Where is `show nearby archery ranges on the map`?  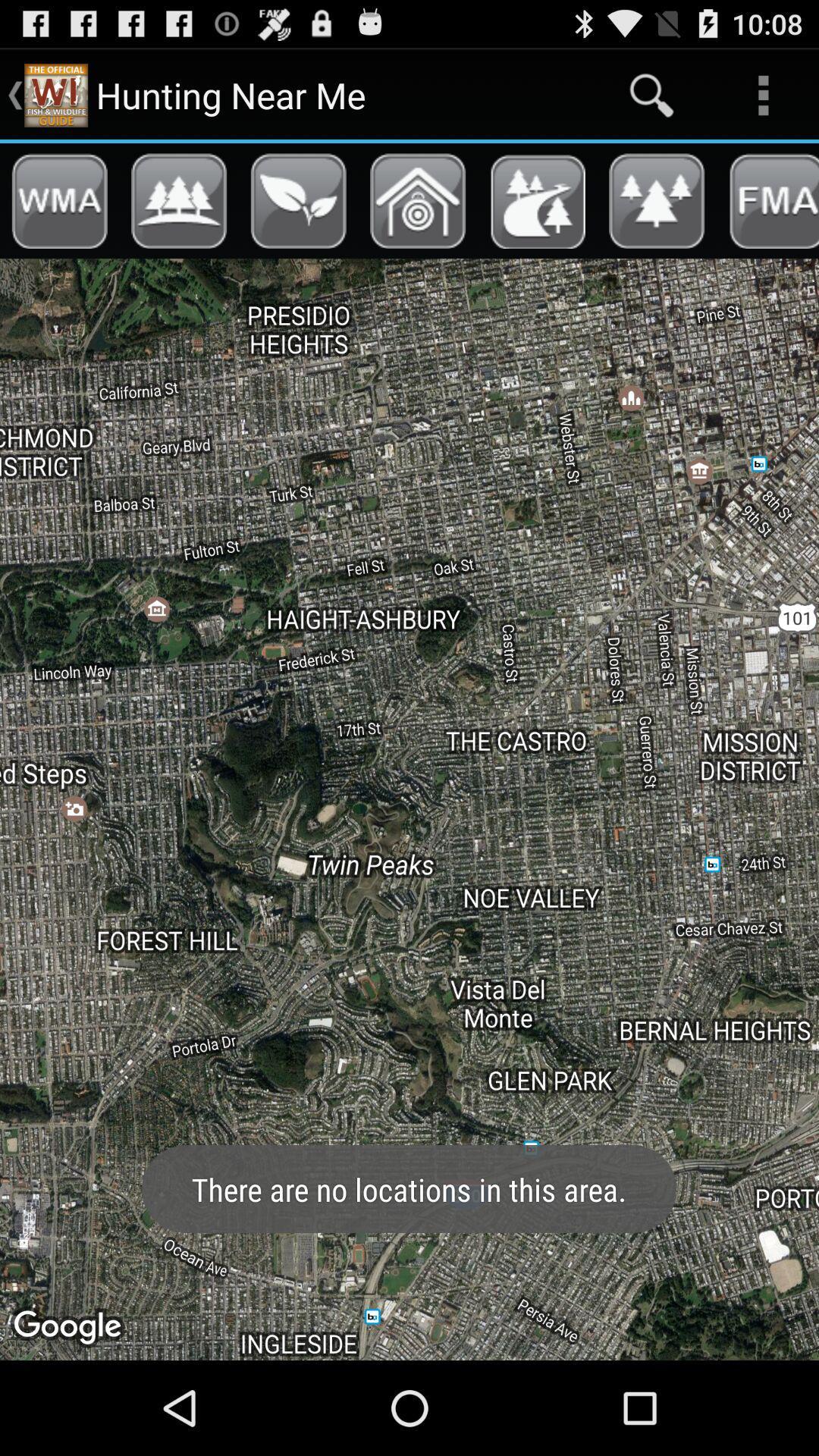
show nearby archery ranges on the map is located at coordinates (418, 200).